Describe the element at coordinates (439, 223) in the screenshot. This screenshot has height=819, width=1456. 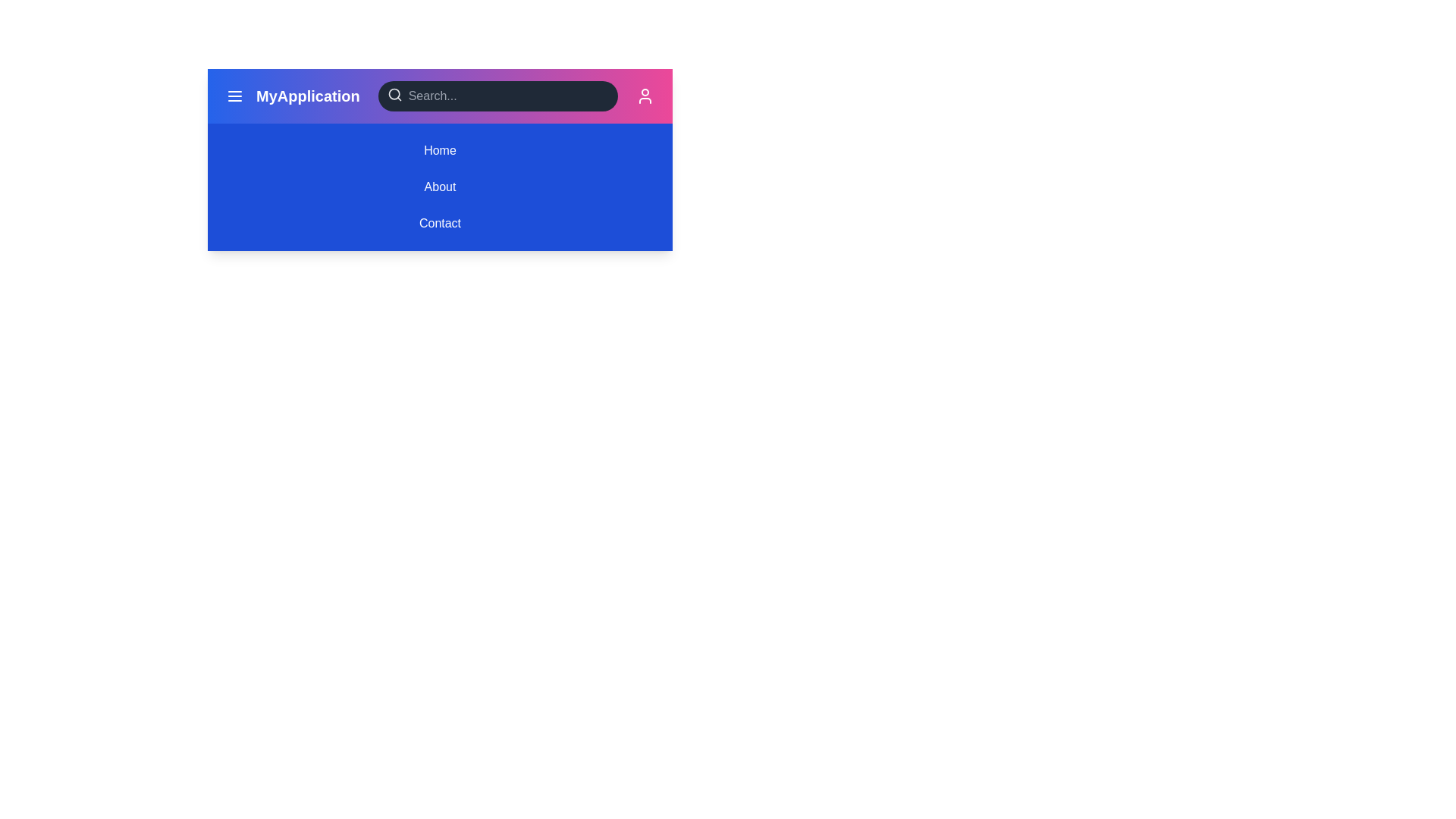
I see `the menu item Contact to navigate to the corresponding section` at that location.